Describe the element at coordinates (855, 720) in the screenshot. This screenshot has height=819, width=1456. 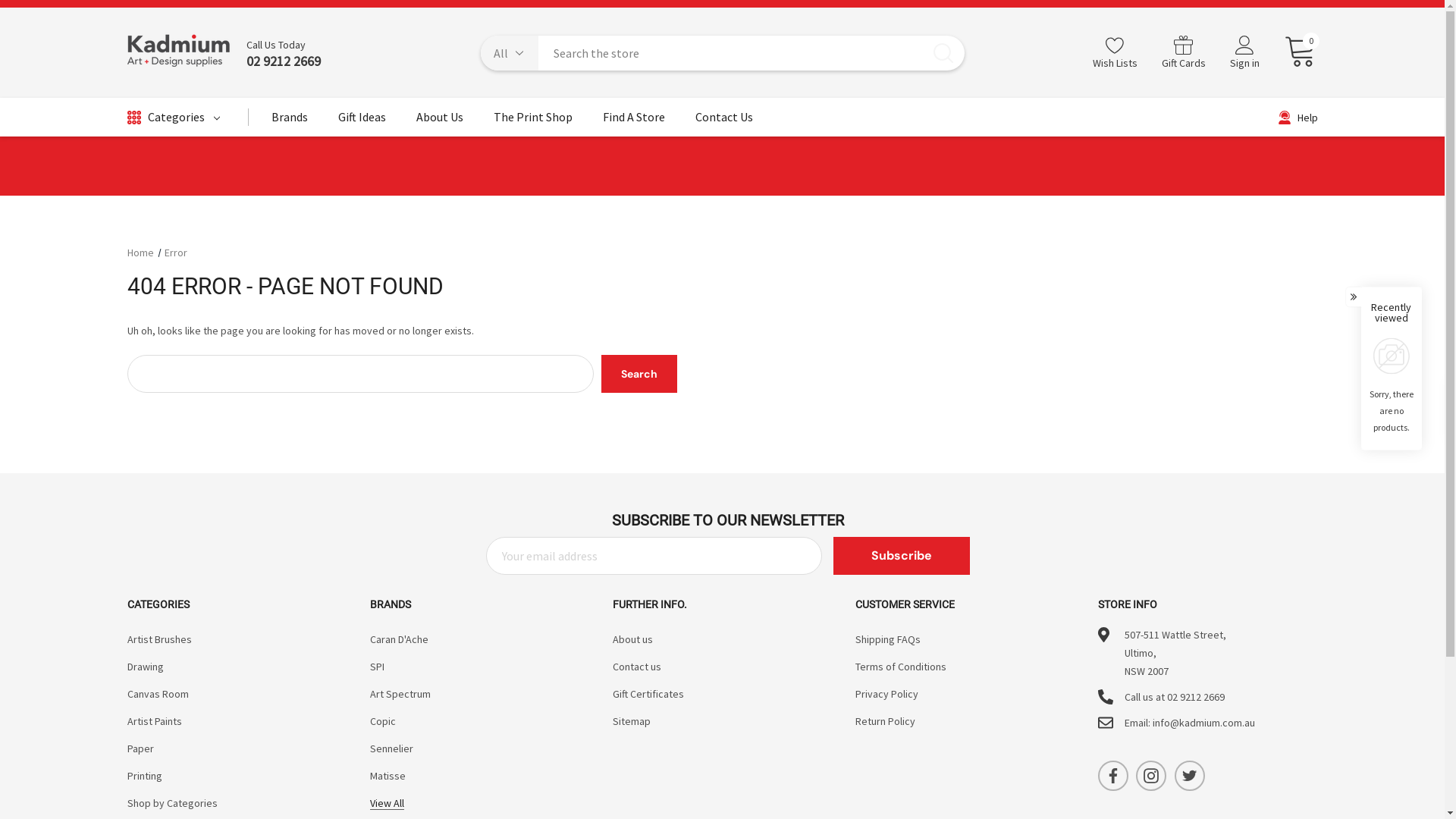
I see `'Return Policy'` at that location.